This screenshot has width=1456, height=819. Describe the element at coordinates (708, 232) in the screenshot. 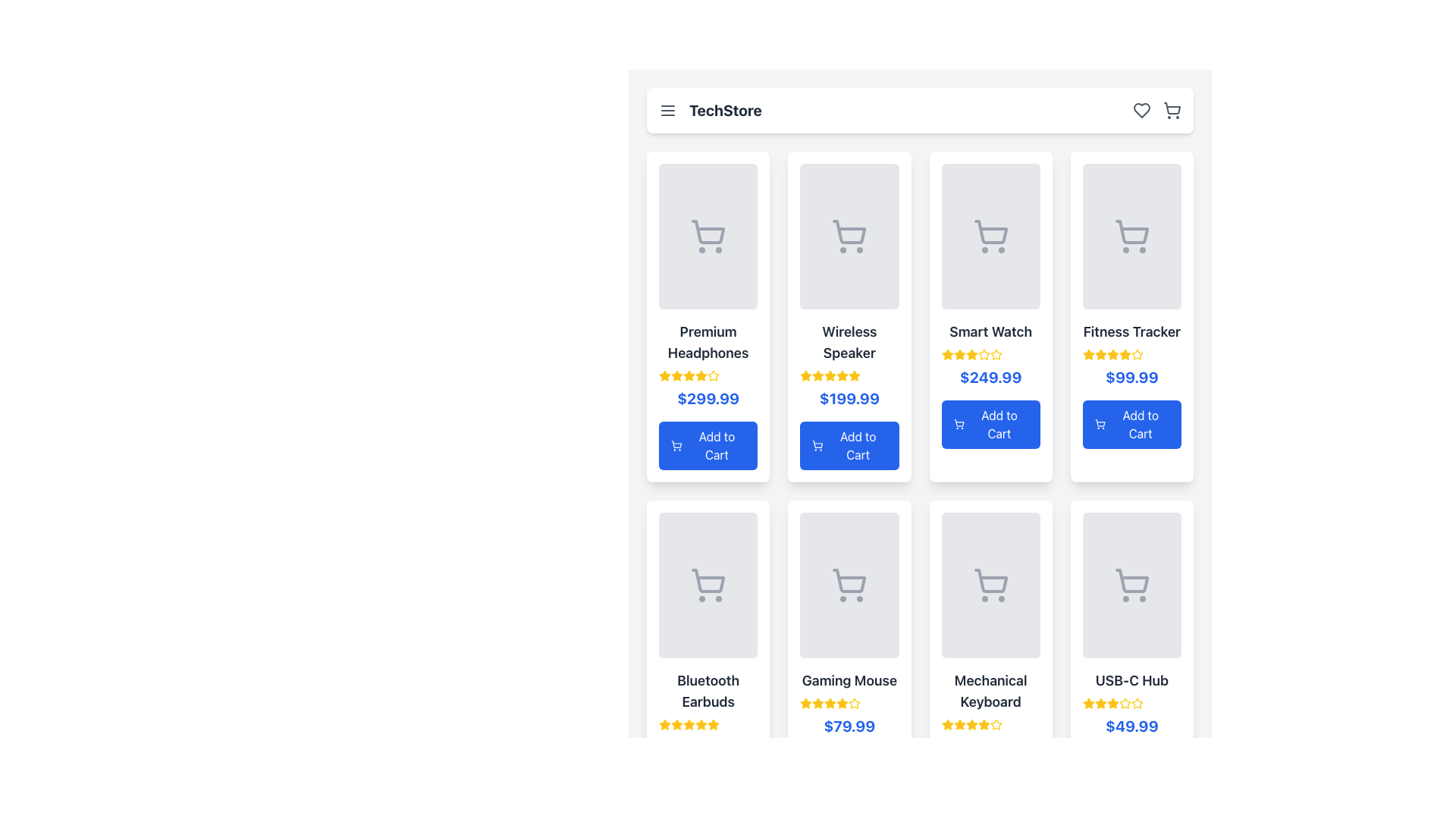

I see `the shopping cart icon located at the top-center of the product card for 'Premium Headphones.'` at that location.